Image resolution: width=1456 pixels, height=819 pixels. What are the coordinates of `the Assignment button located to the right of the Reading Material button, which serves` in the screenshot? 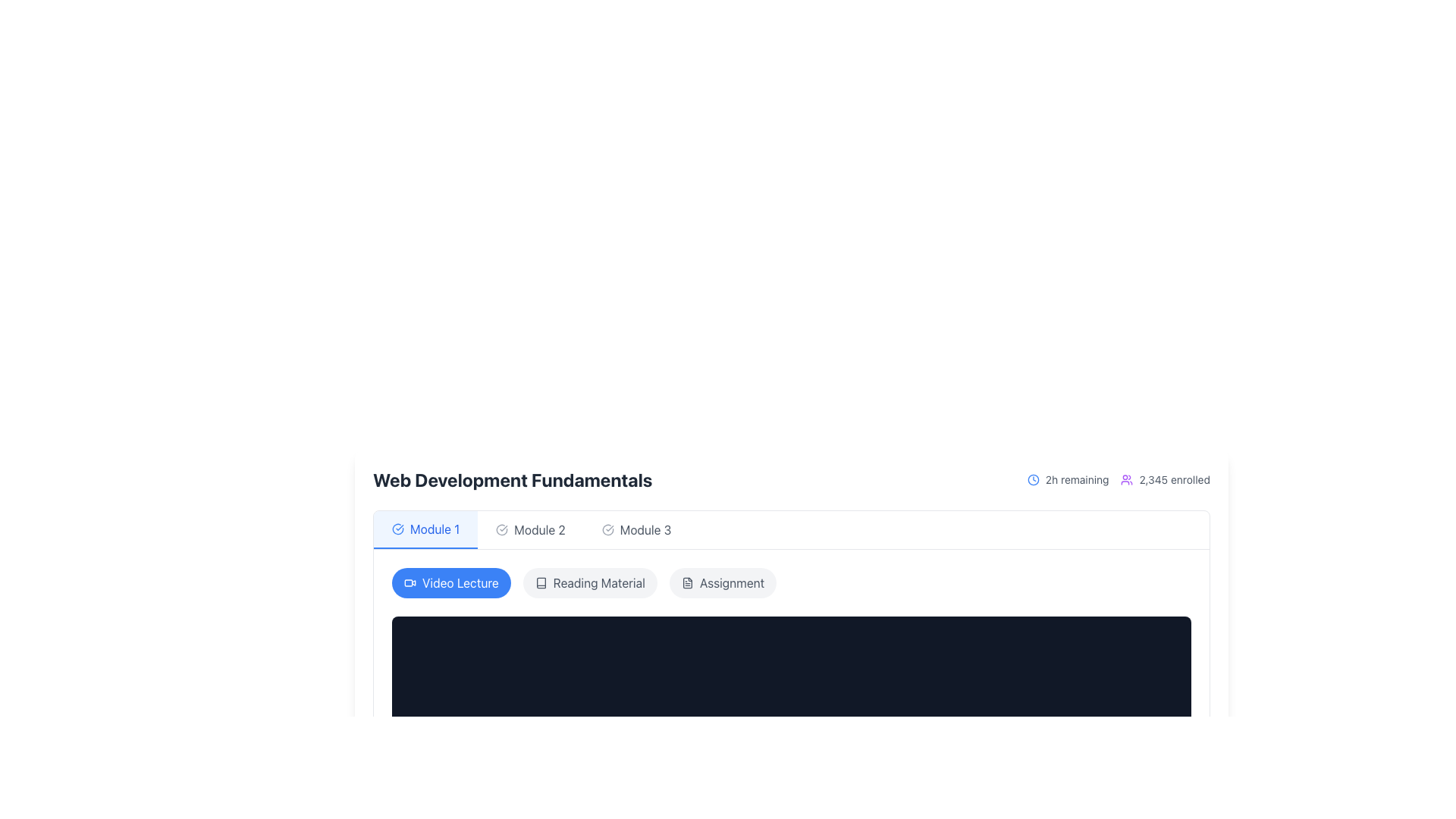 It's located at (722, 582).